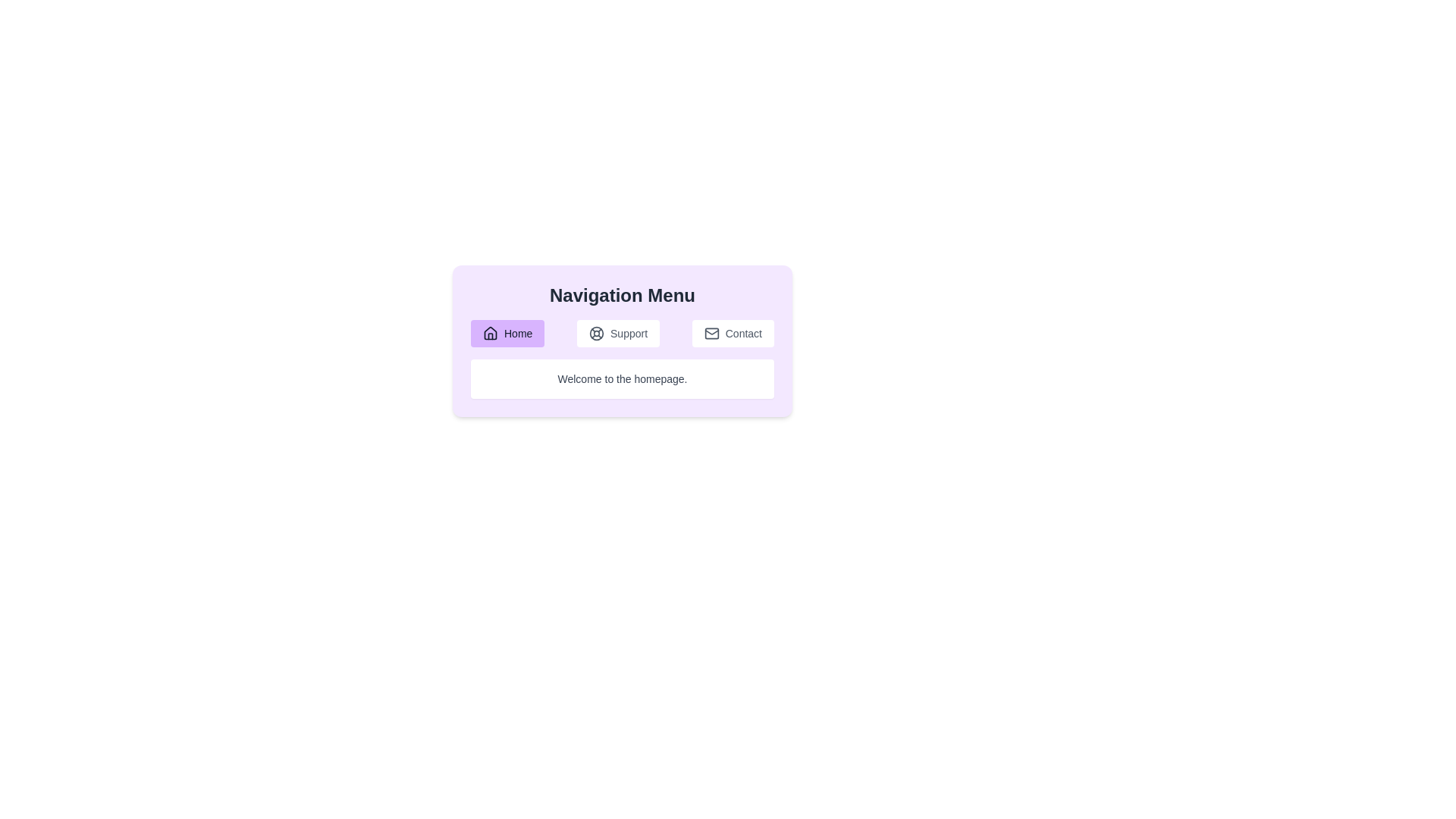 The height and width of the screenshot is (819, 1456). Describe the element at coordinates (596, 332) in the screenshot. I see `the 'Support' button by interacting with the visual indicator icon located in the center-left region of the button` at that location.